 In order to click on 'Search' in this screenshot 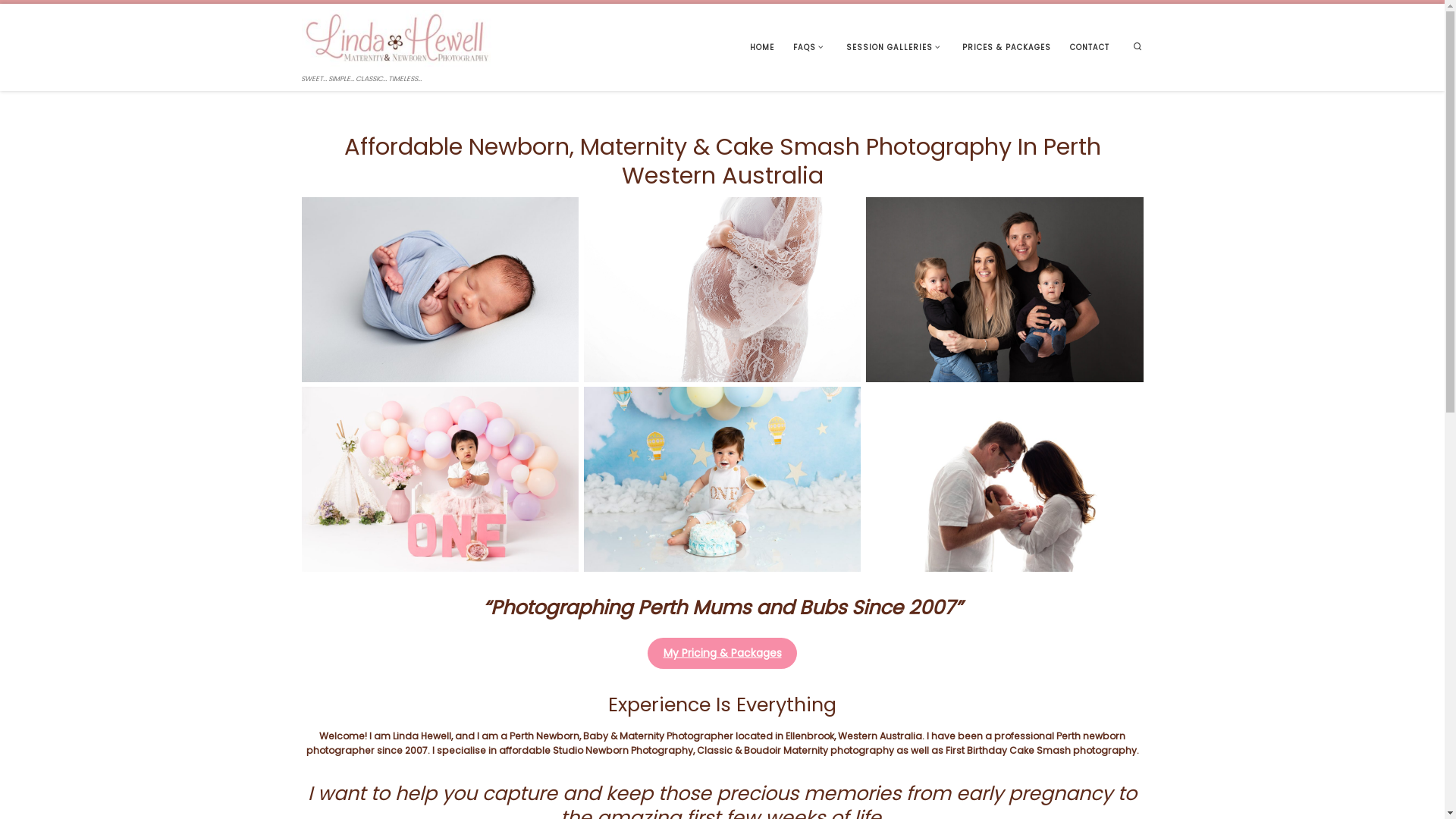, I will do `click(1137, 46)`.